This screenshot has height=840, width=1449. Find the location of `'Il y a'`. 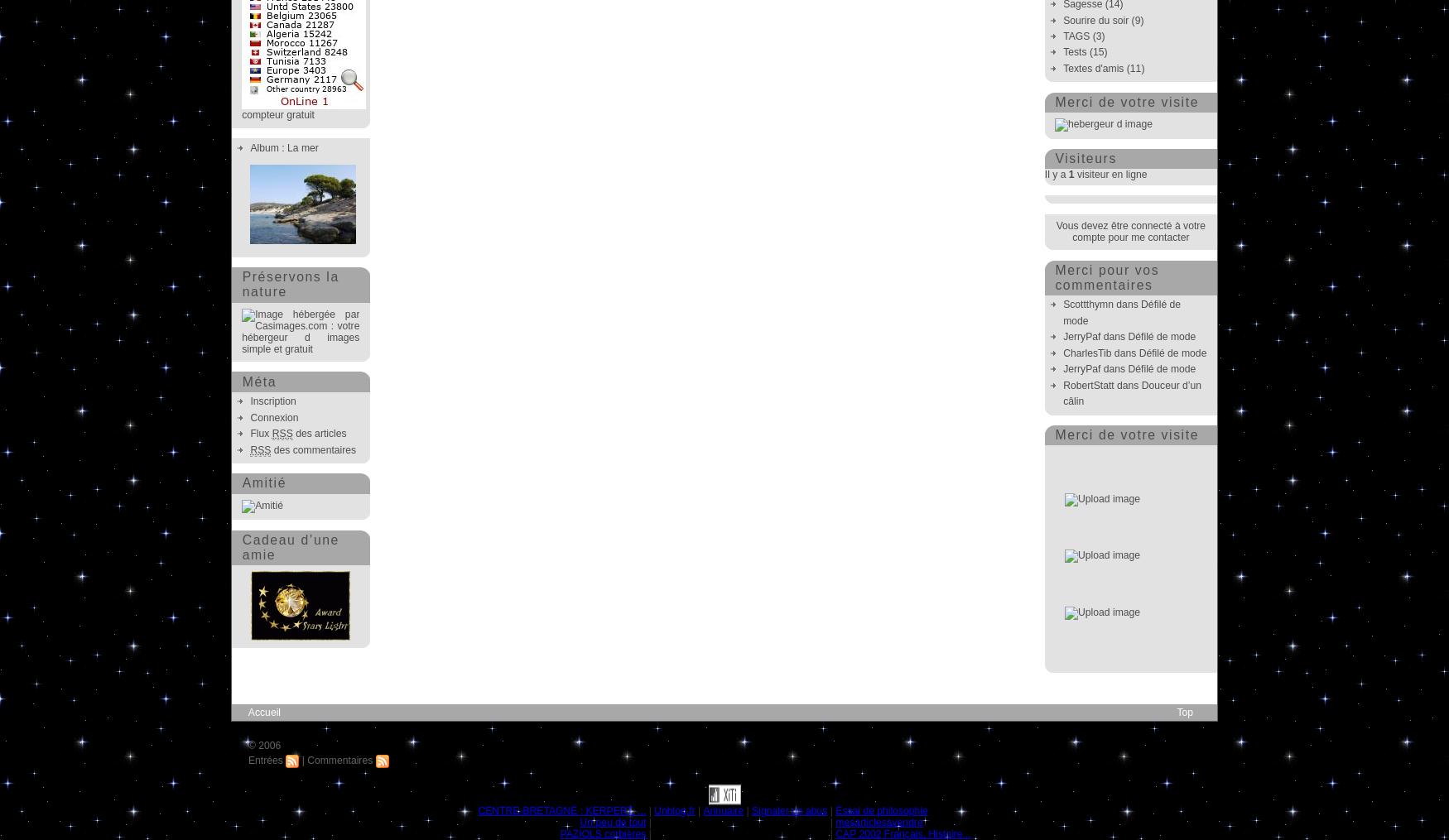

'Il y a' is located at coordinates (1055, 174).